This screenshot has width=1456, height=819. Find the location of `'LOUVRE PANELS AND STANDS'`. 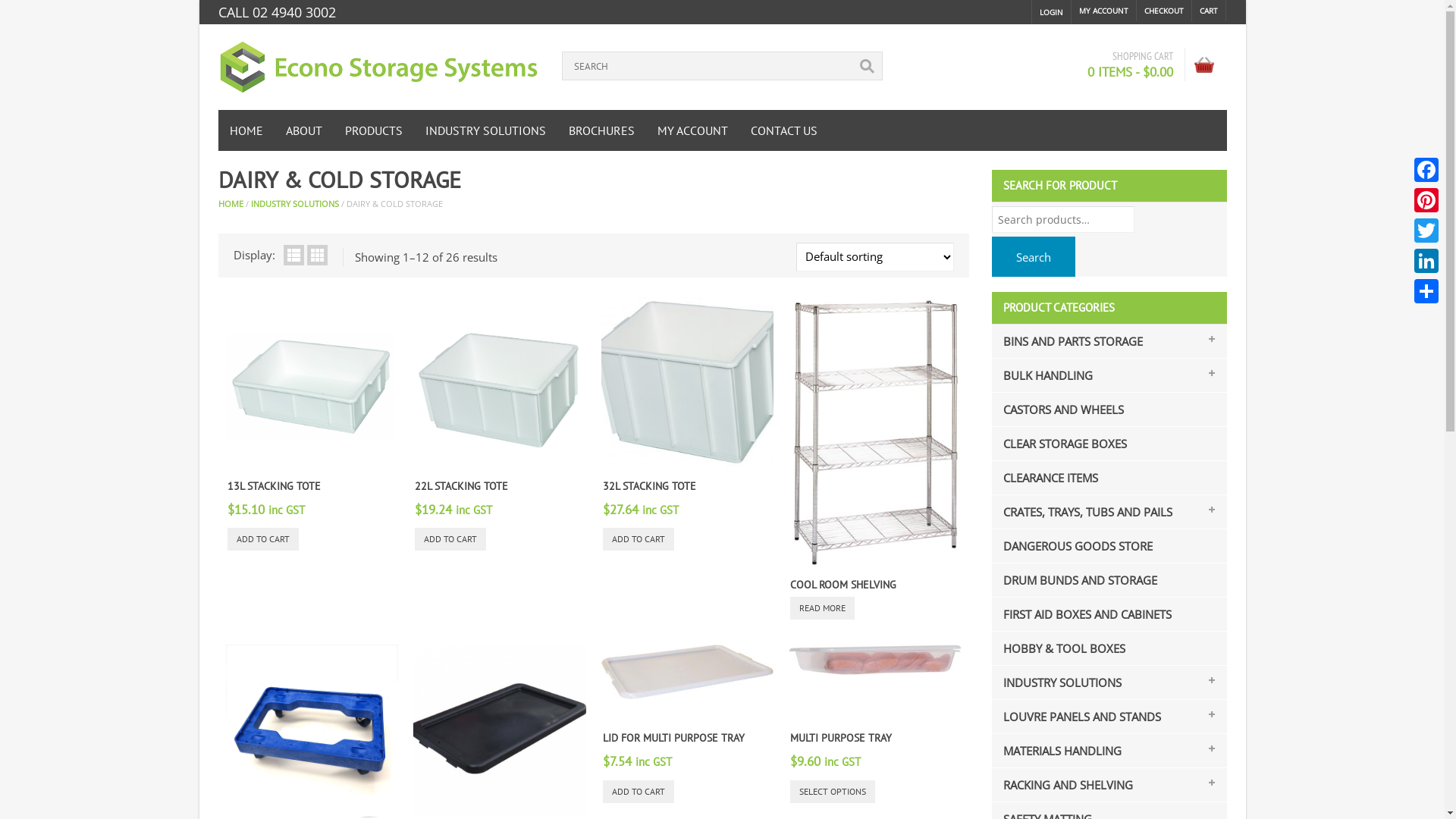

'LOUVRE PANELS AND STANDS' is located at coordinates (1076, 717).